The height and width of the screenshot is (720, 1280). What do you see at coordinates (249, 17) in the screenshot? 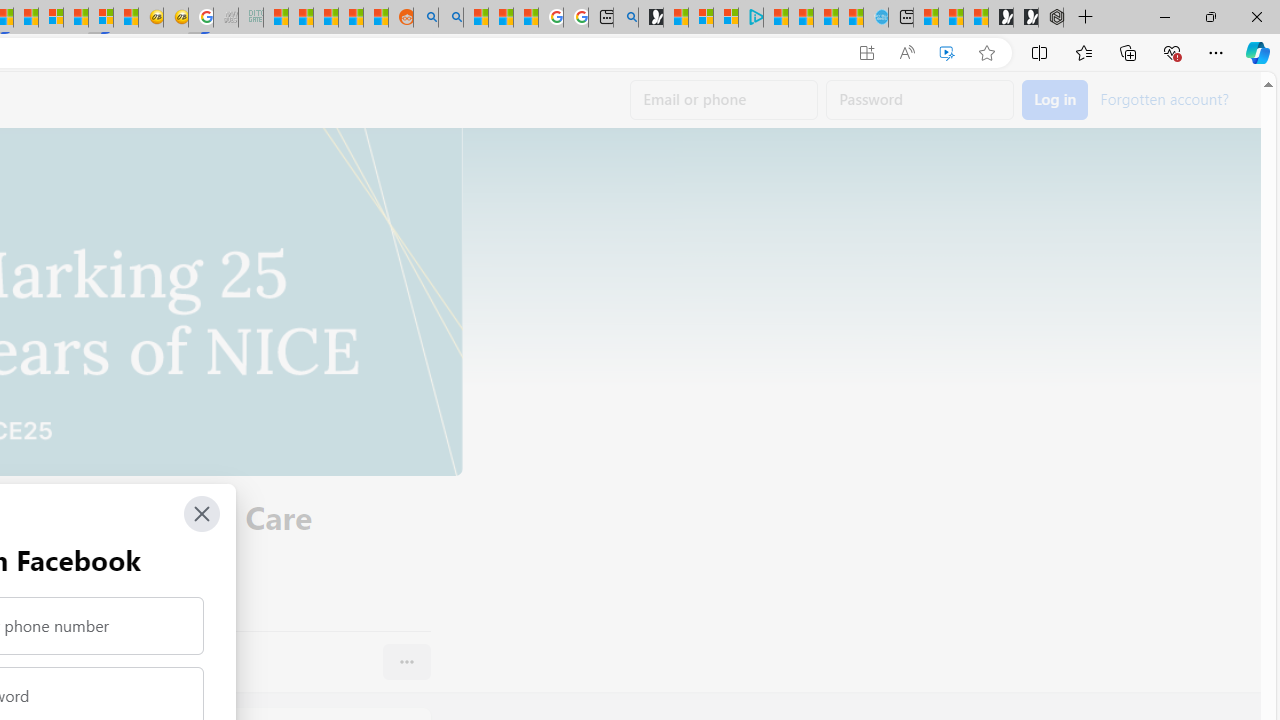
I see `'DITOGAMES AG Imprint - Sleeping'` at bounding box center [249, 17].